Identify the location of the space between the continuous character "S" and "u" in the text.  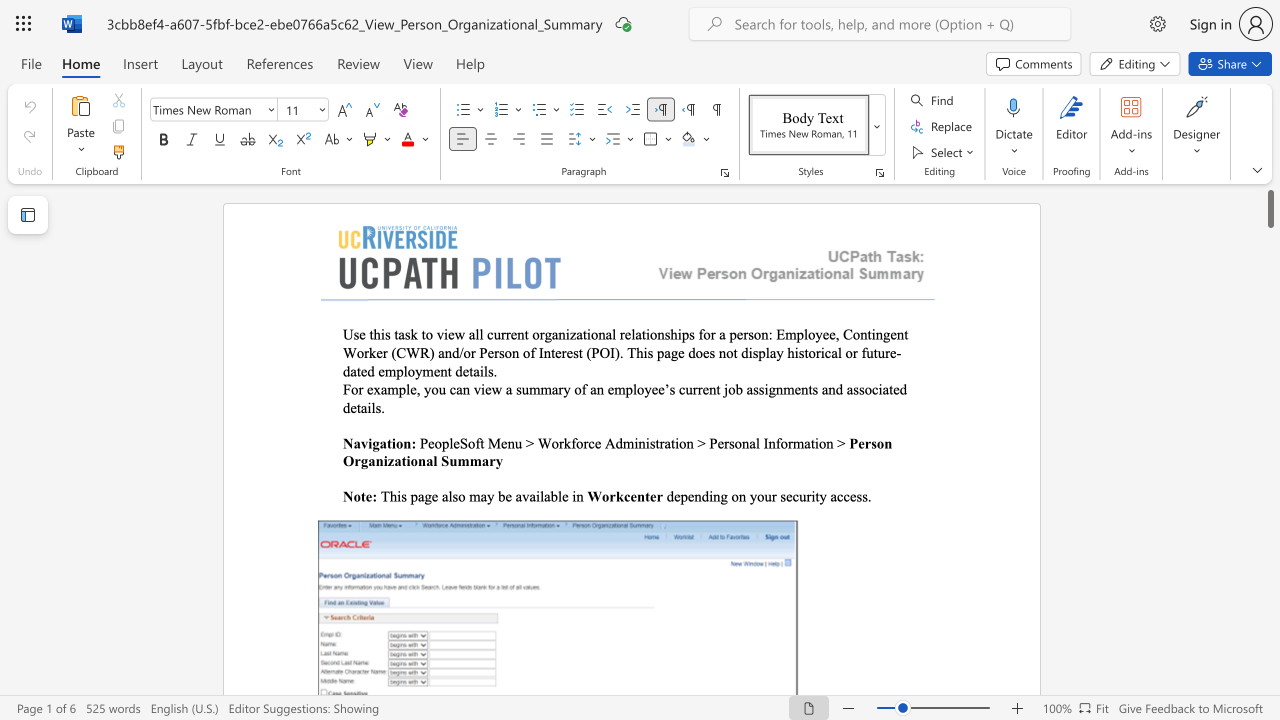
(448, 461).